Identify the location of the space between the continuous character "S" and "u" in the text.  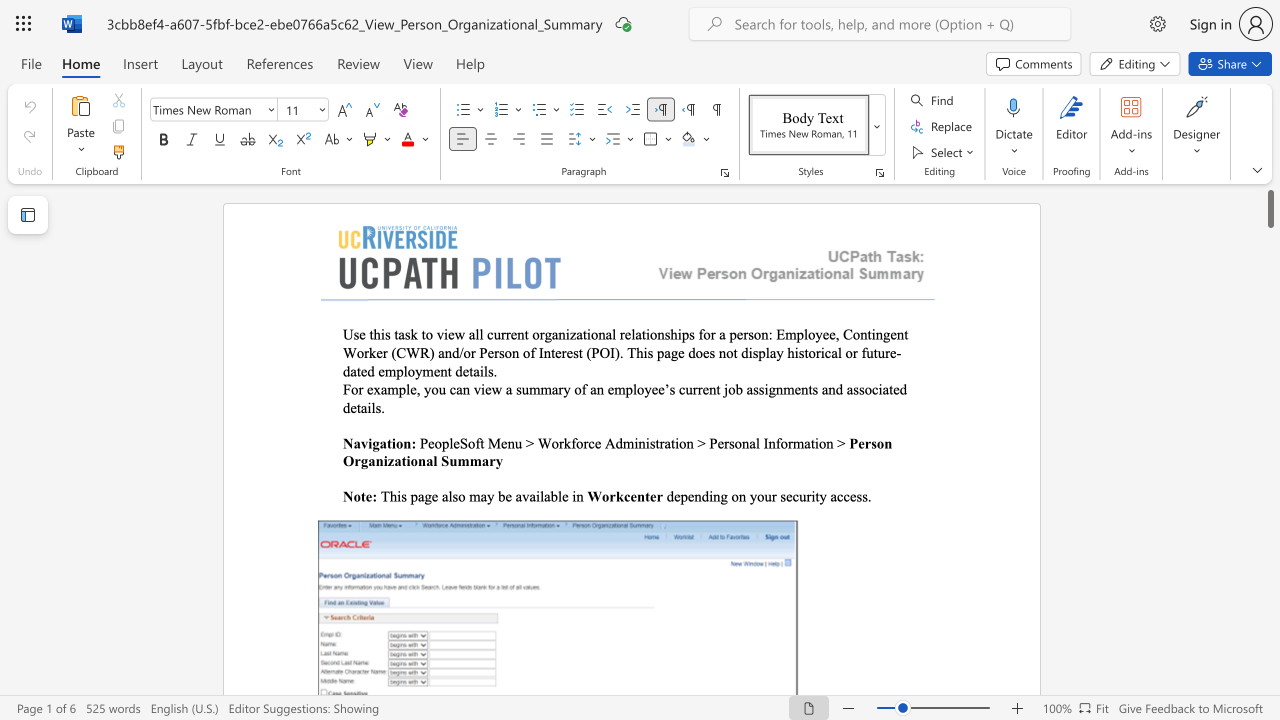
(448, 461).